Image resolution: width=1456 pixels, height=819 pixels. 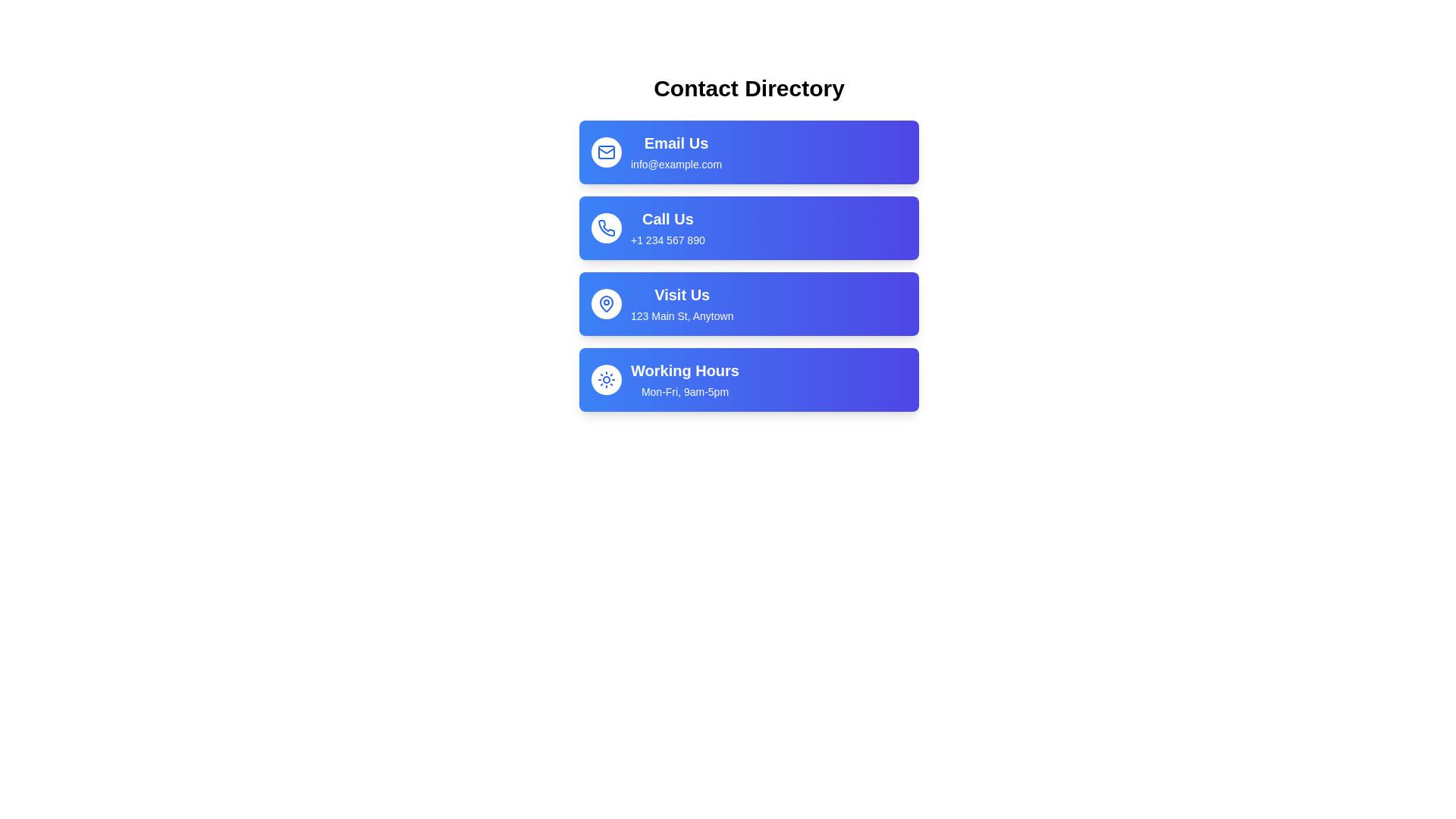 I want to click on the text label that serves as a title for email communication, positioned above 'info@example.com' and adjacent to the envelope icon on the left, so click(x=676, y=143).